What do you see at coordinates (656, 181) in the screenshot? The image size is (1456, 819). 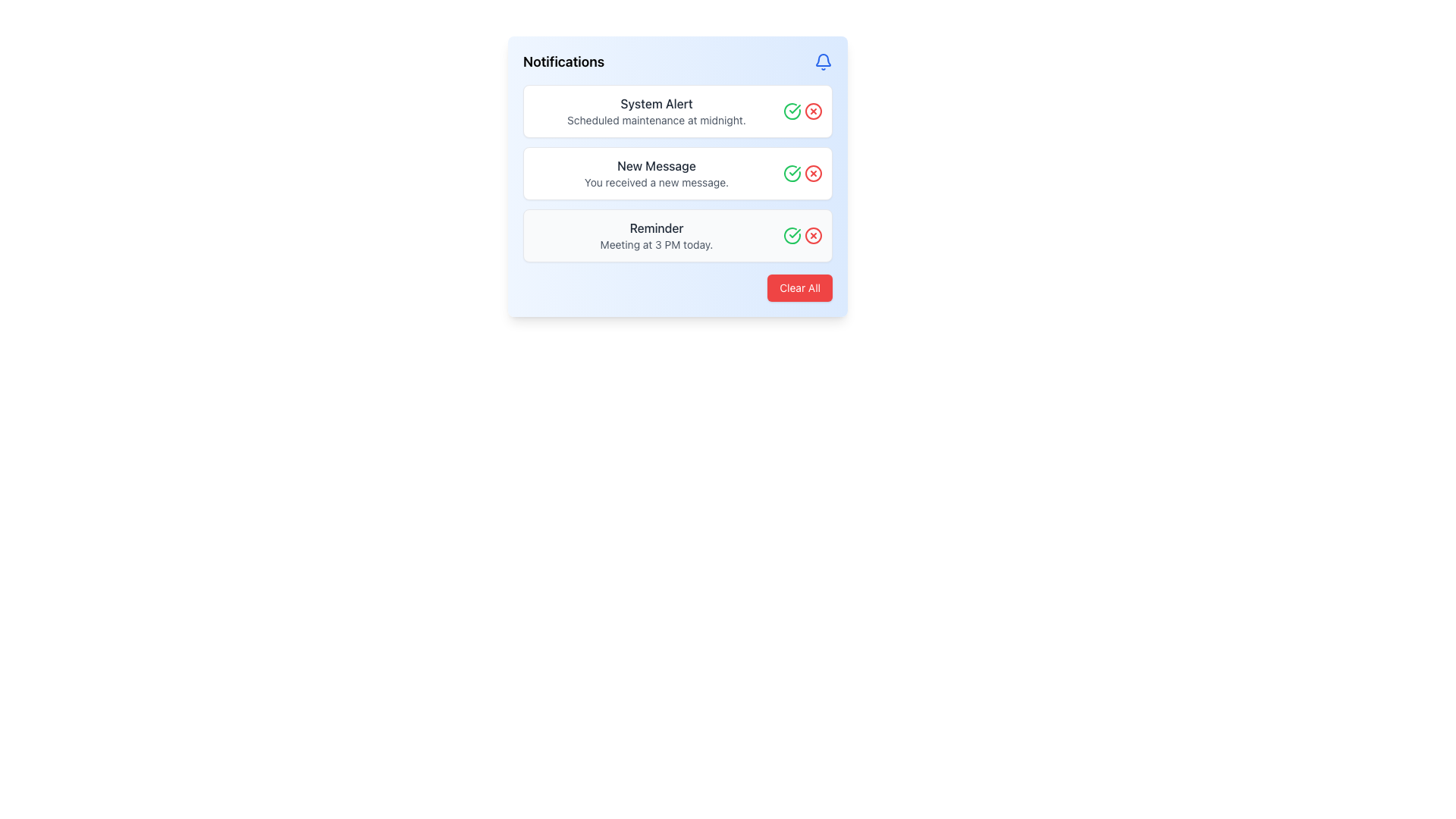 I see `the static text element displaying 'You received a new message.' which is positioned below the title 'New Message.'` at bounding box center [656, 181].